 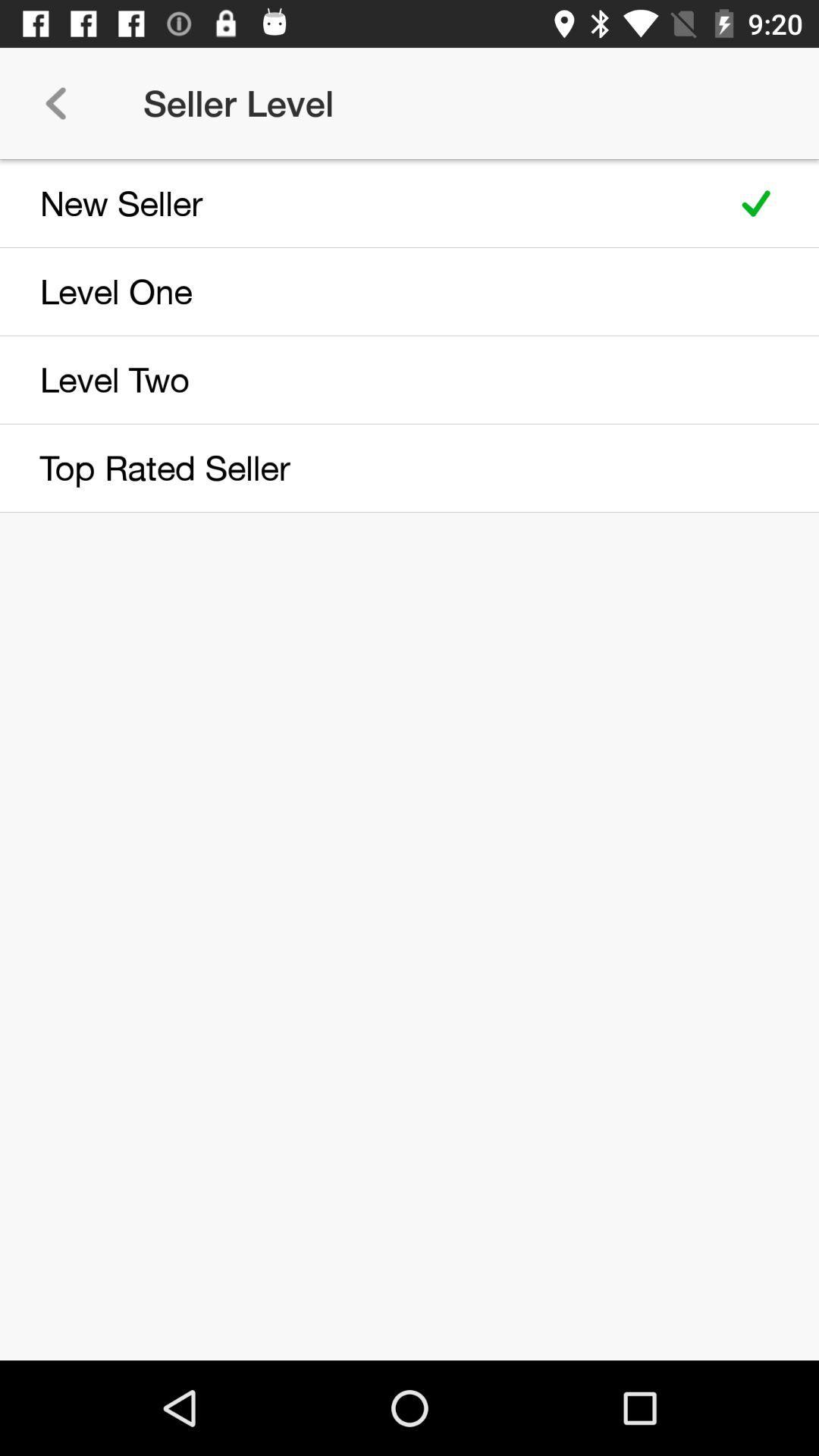 What do you see at coordinates (55, 102) in the screenshot?
I see `icon next to the seller level item` at bounding box center [55, 102].